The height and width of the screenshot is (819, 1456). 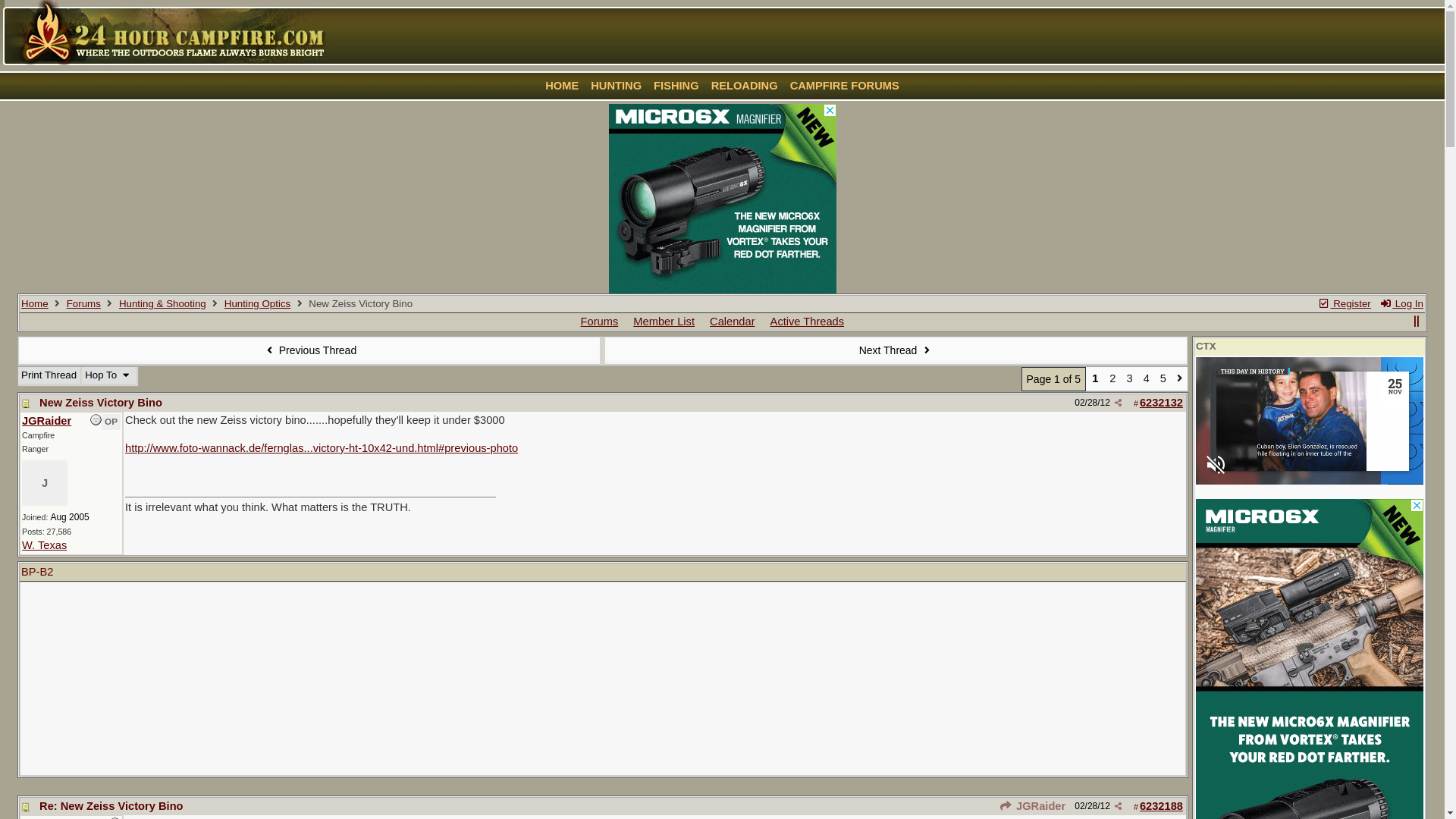 I want to click on '4', so click(x=1147, y=378).